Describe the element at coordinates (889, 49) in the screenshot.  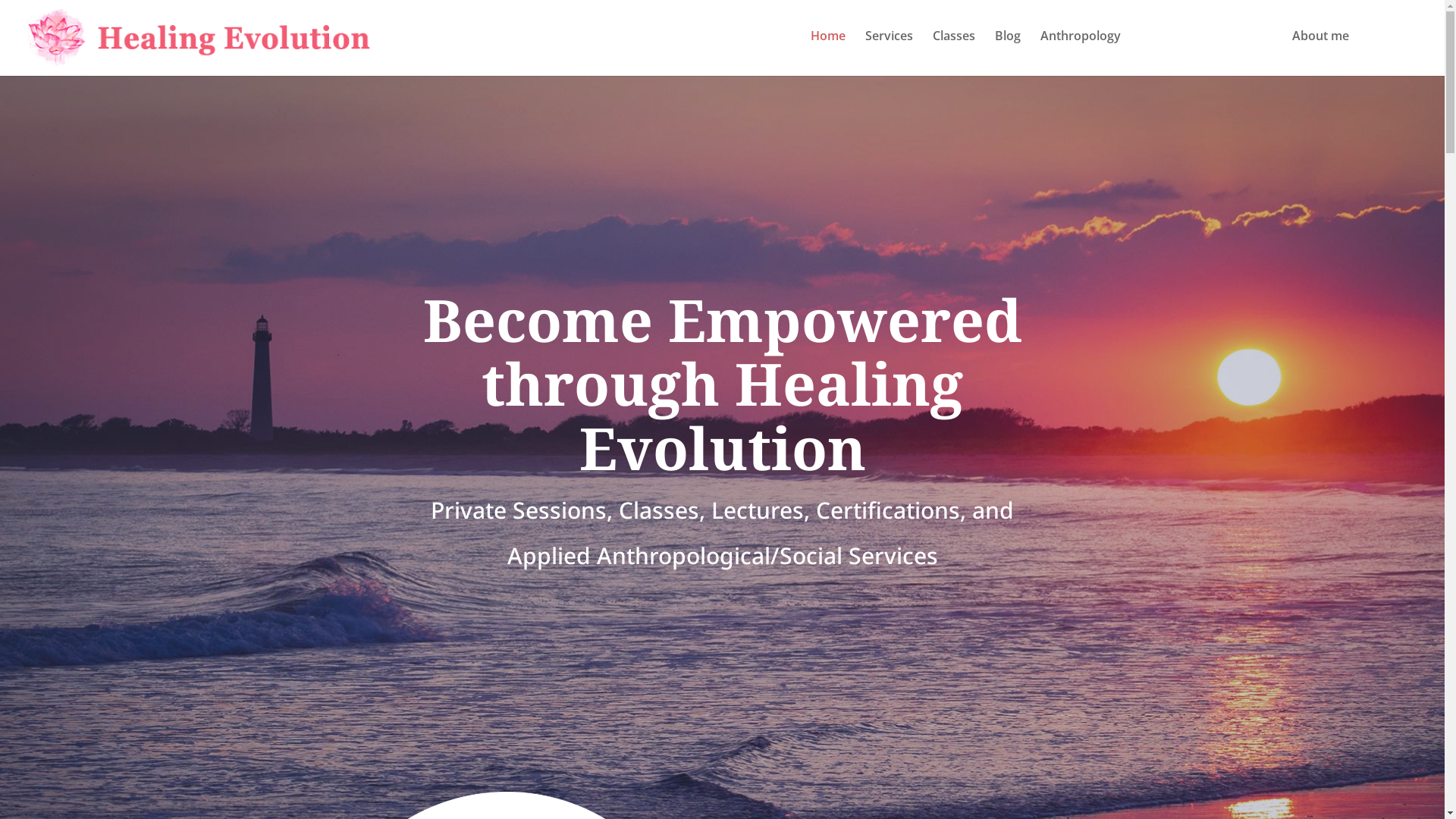
I see `'Services'` at that location.